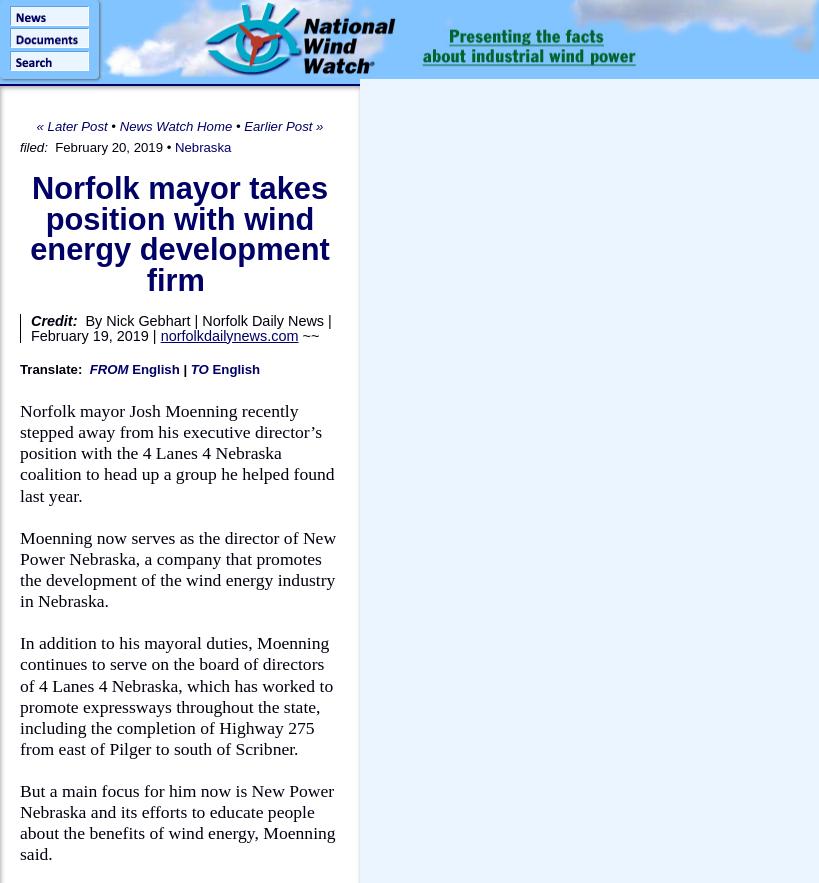 This screenshot has height=883, width=819. What do you see at coordinates (71, 125) in the screenshot?
I see `'« Later Post'` at bounding box center [71, 125].